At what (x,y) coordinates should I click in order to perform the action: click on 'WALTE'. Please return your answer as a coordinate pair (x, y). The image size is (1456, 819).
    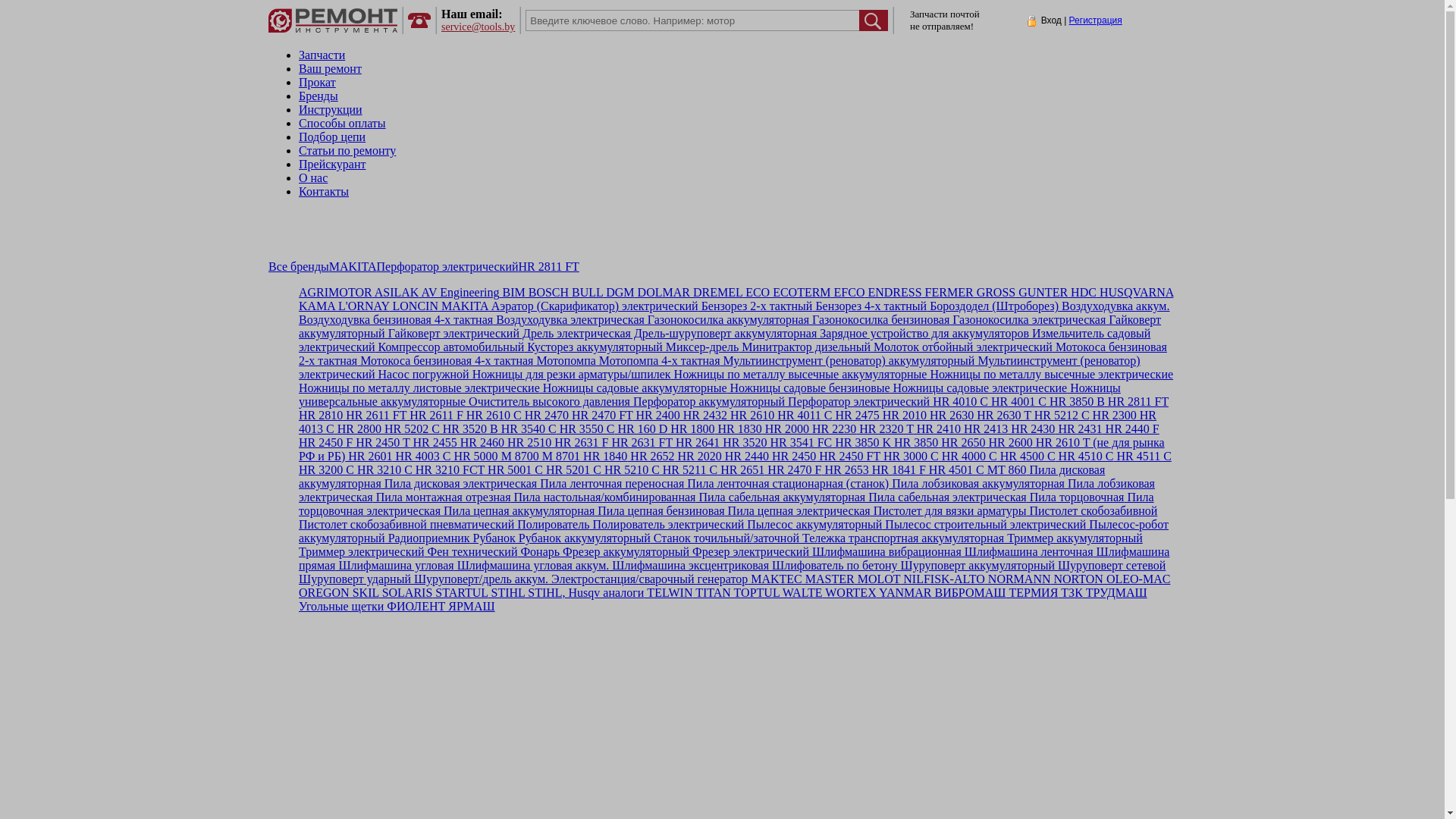
    Looking at the image, I should click on (800, 591).